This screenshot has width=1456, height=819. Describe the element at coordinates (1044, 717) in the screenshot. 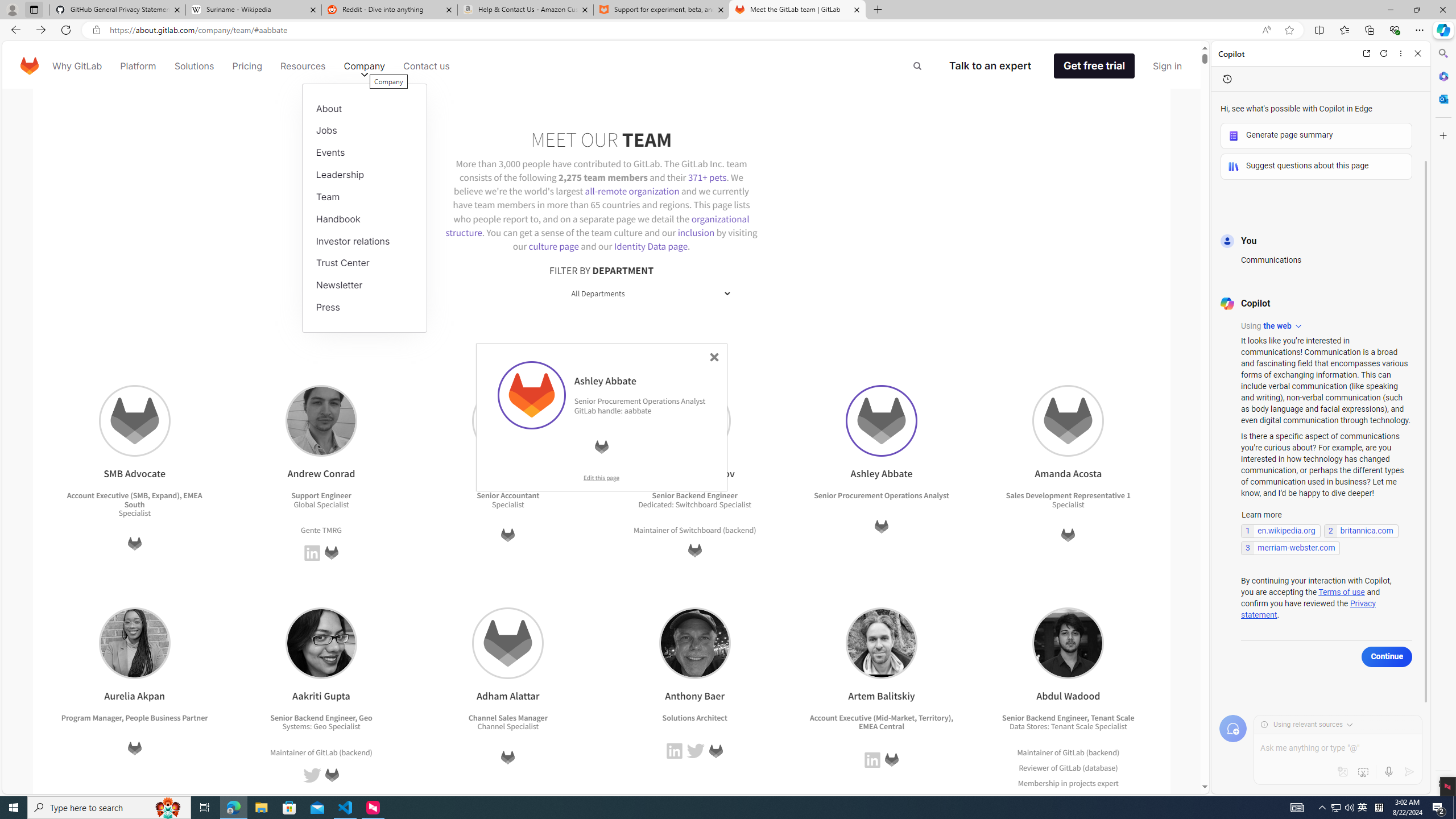

I see `'Senior Backend Engineer'` at that location.